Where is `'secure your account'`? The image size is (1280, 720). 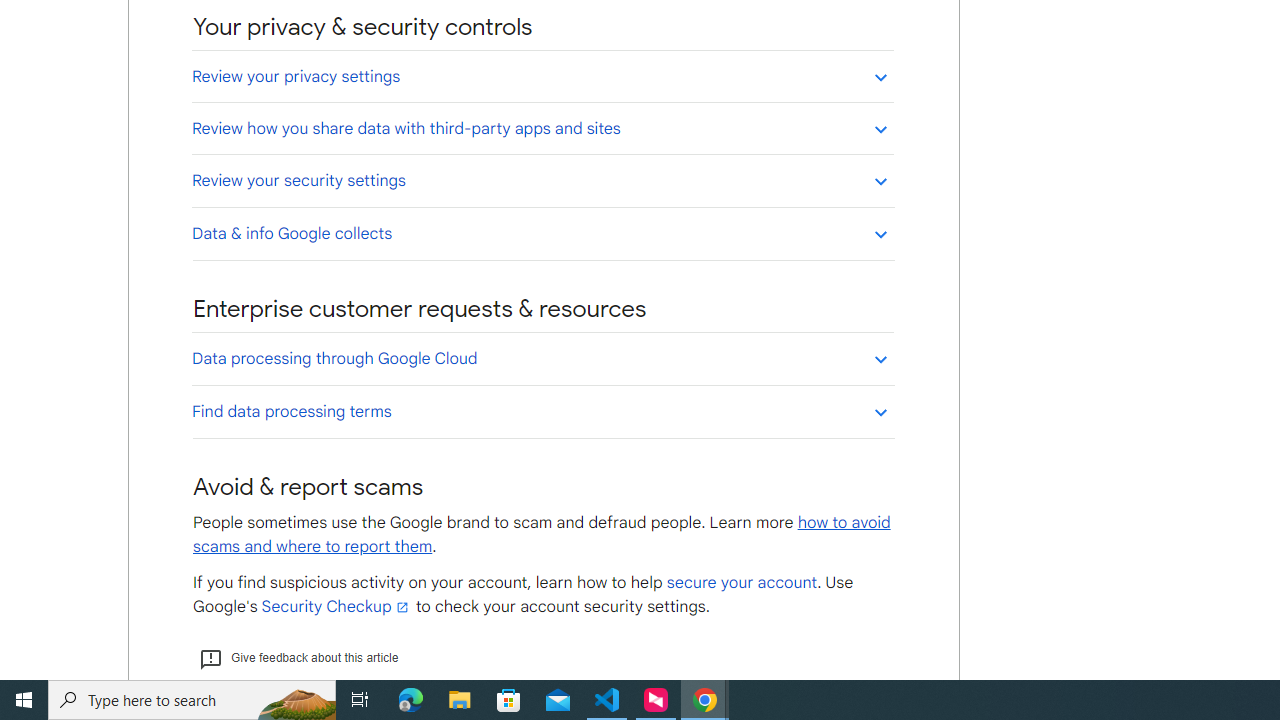 'secure your account' is located at coordinates (740, 583).